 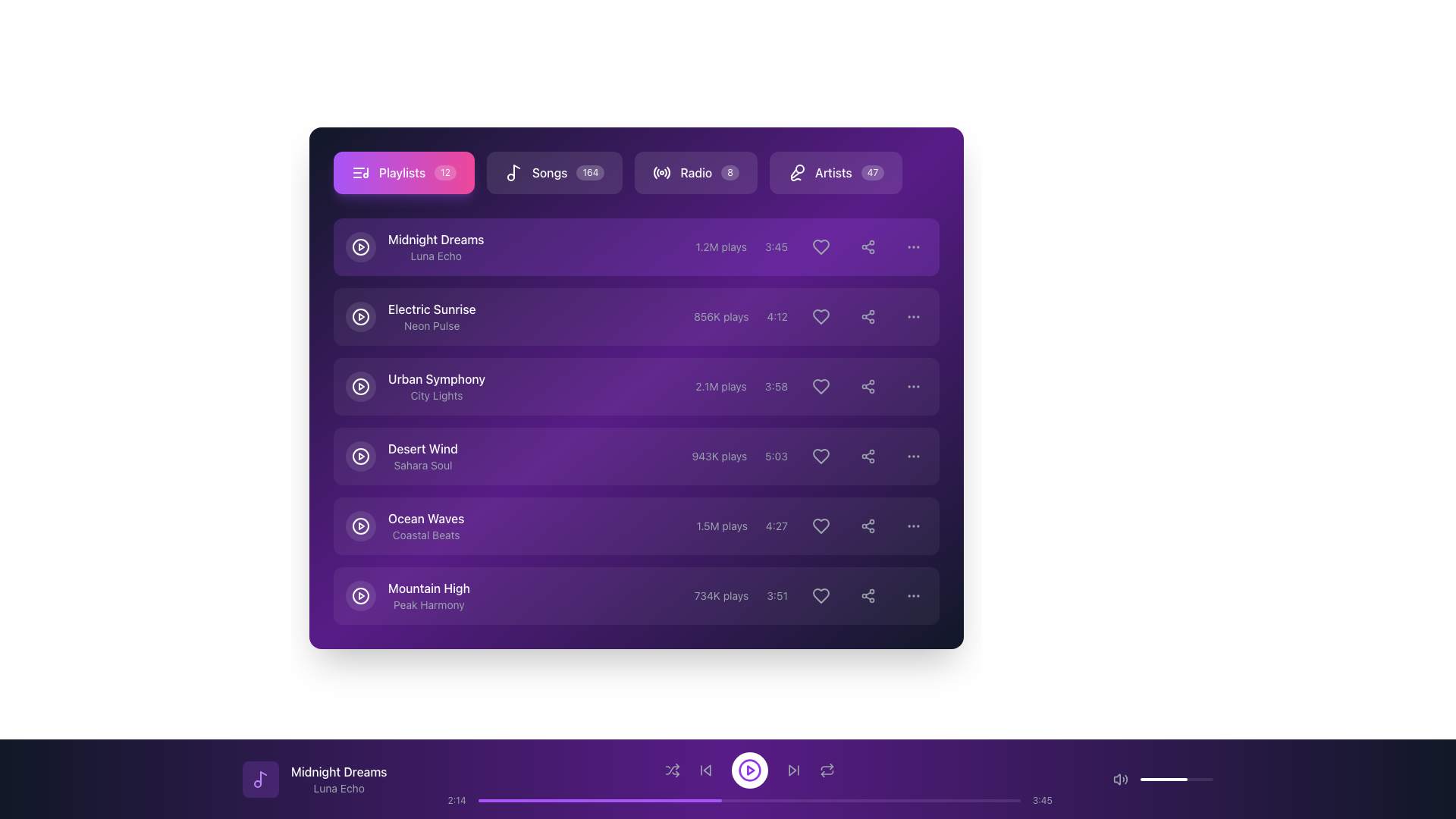 What do you see at coordinates (868, 455) in the screenshot?
I see `the sharing icon located in the last row of the playlist table, adjacent to the 'heart' icon and before the 'ellipsis' menu icon` at bounding box center [868, 455].